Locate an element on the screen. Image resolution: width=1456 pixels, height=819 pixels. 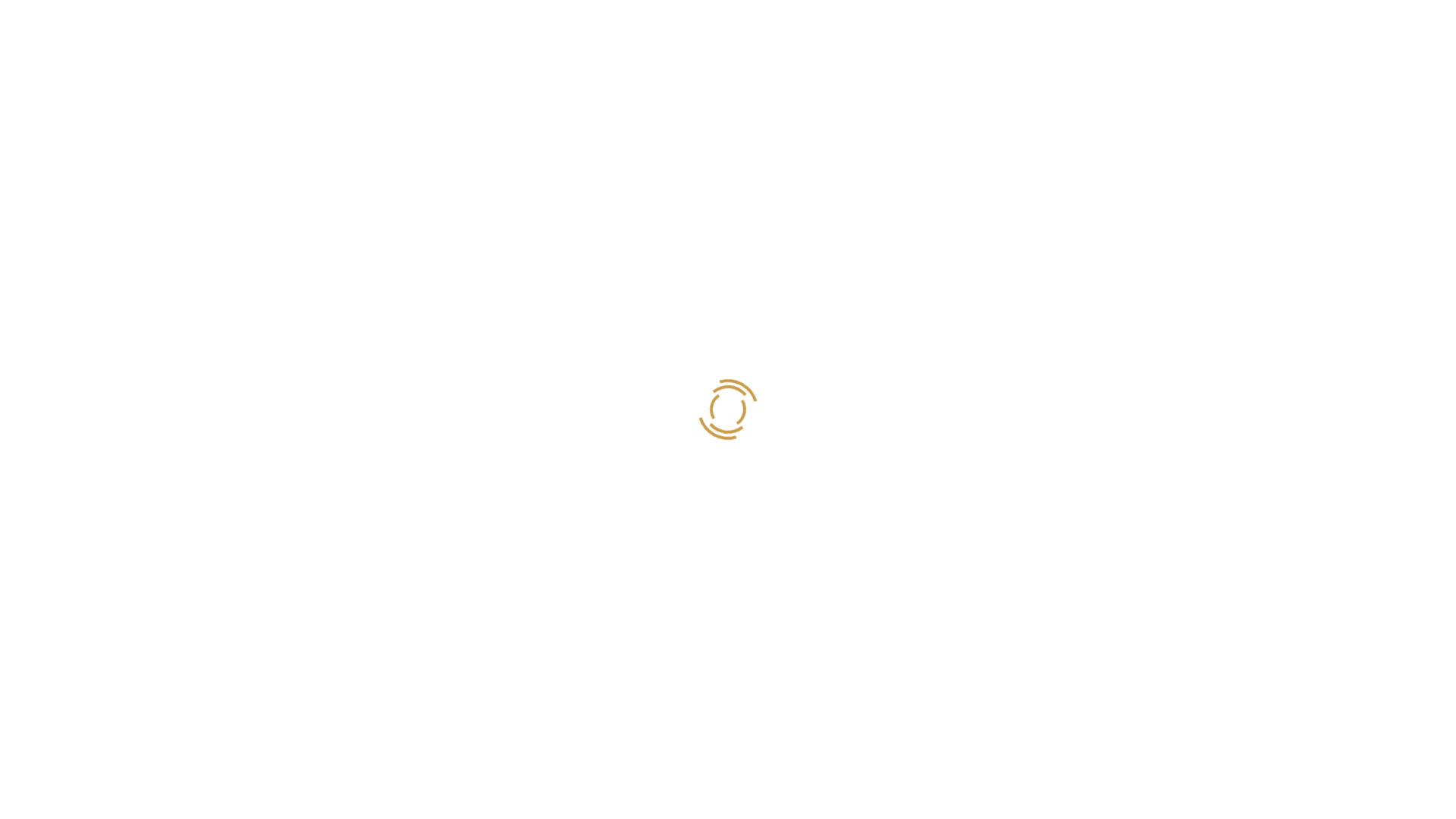
'EN' is located at coordinates (1372, 25).